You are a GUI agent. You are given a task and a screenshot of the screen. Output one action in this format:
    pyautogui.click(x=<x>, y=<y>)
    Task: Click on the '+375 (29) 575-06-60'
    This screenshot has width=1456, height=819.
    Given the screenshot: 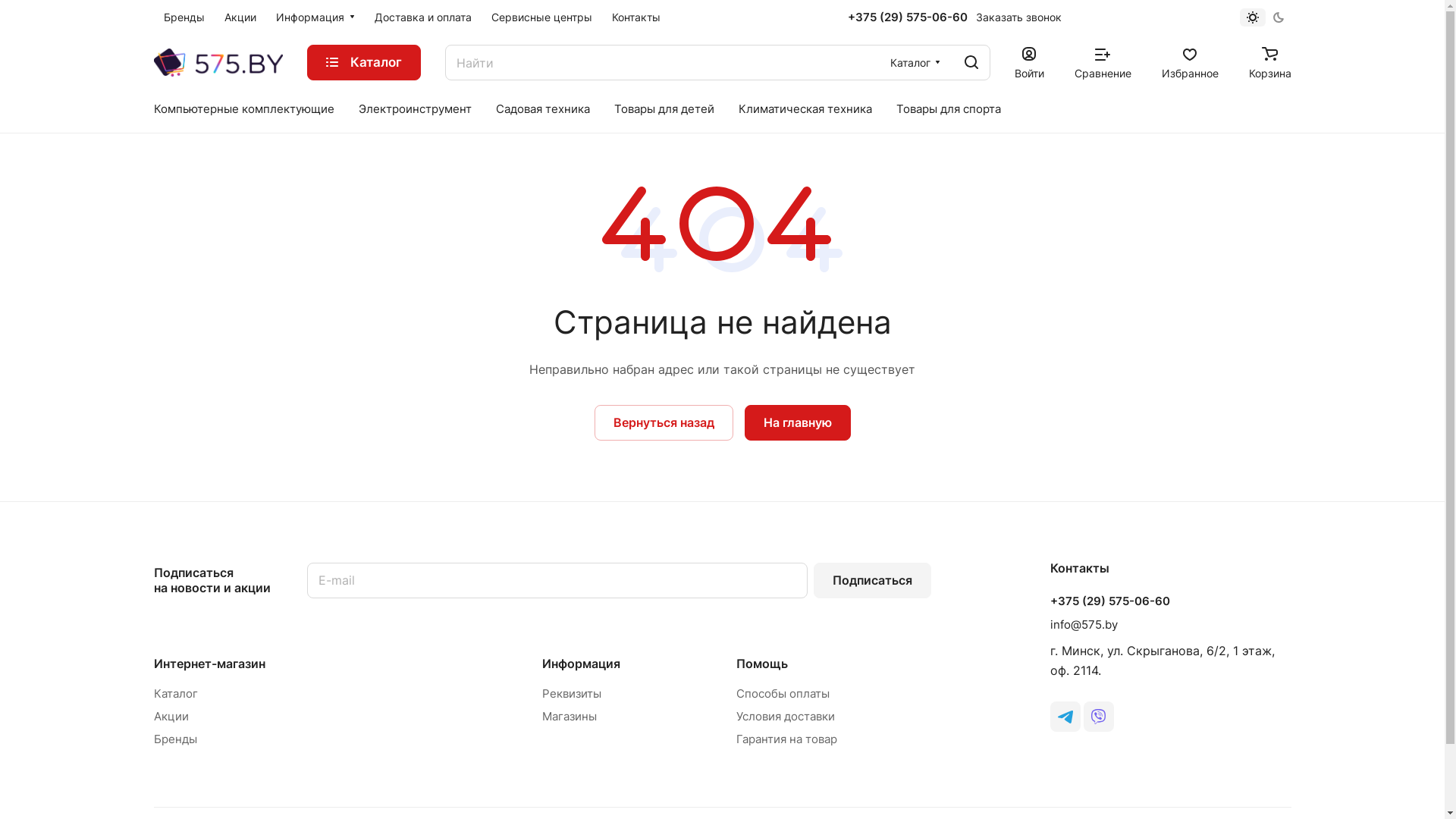 What is the action you would take?
    pyautogui.click(x=1048, y=601)
    